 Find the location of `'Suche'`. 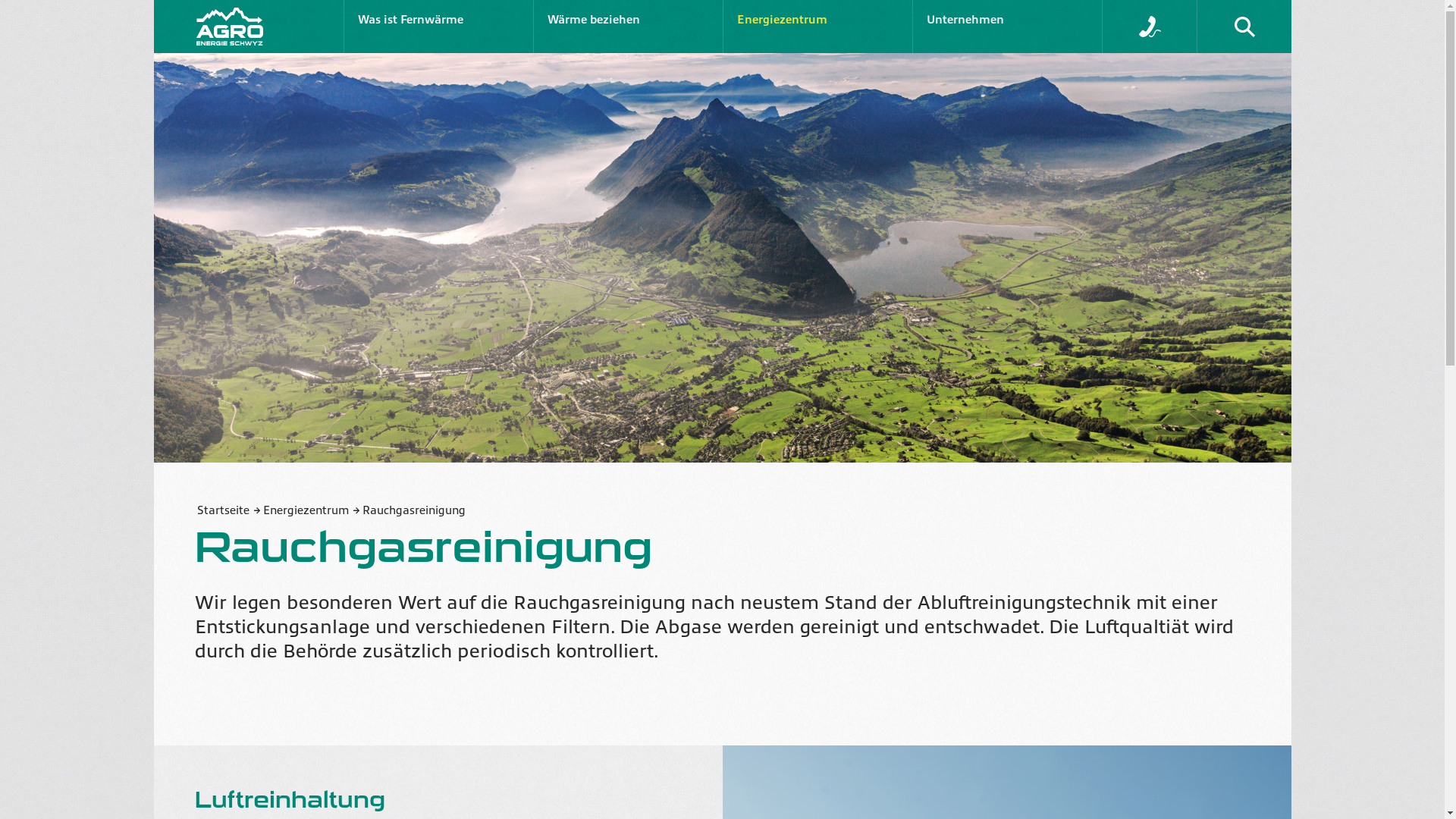

'Suche' is located at coordinates (1244, 26).